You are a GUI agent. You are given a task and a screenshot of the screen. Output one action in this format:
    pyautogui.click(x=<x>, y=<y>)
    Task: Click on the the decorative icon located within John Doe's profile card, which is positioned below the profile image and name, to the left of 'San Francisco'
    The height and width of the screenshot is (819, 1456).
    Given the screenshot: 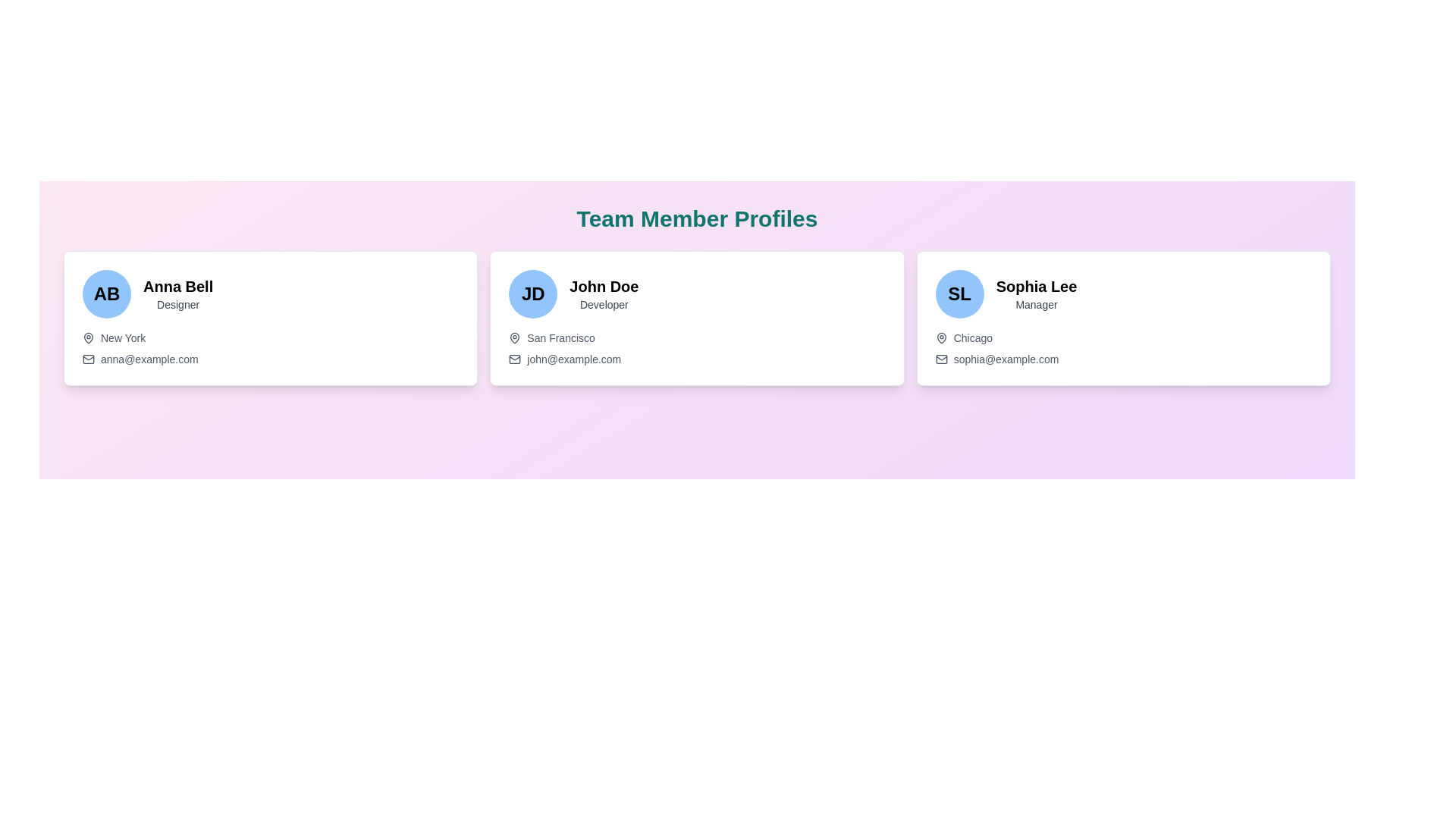 What is the action you would take?
    pyautogui.click(x=515, y=337)
    